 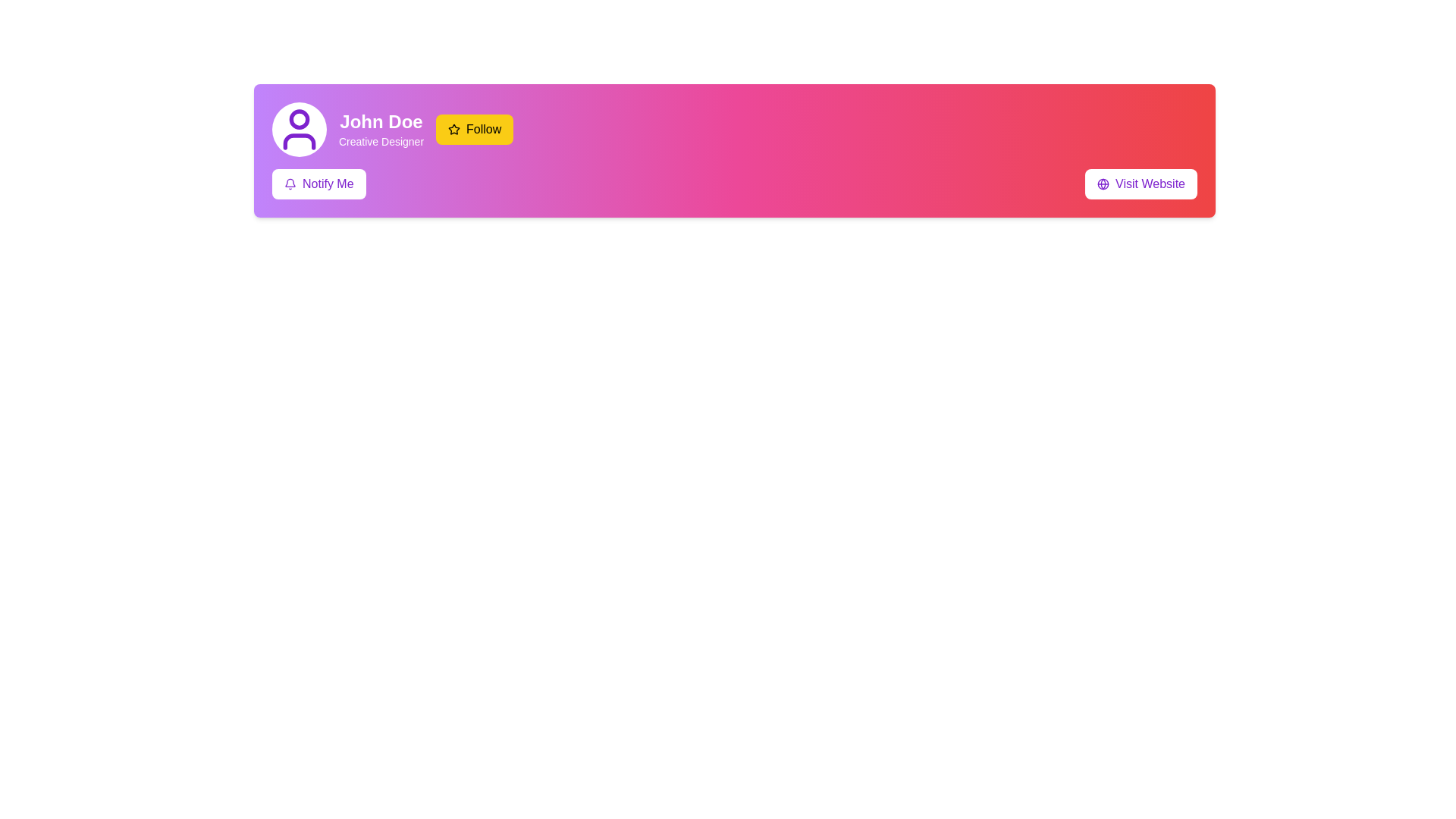 What do you see at coordinates (290, 184) in the screenshot?
I see `the bell icon that signifies a notification-related action, located adjacent to the 'Notify Me' text inside the button with a gradient purple to pink background` at bounding box center [290, 184].